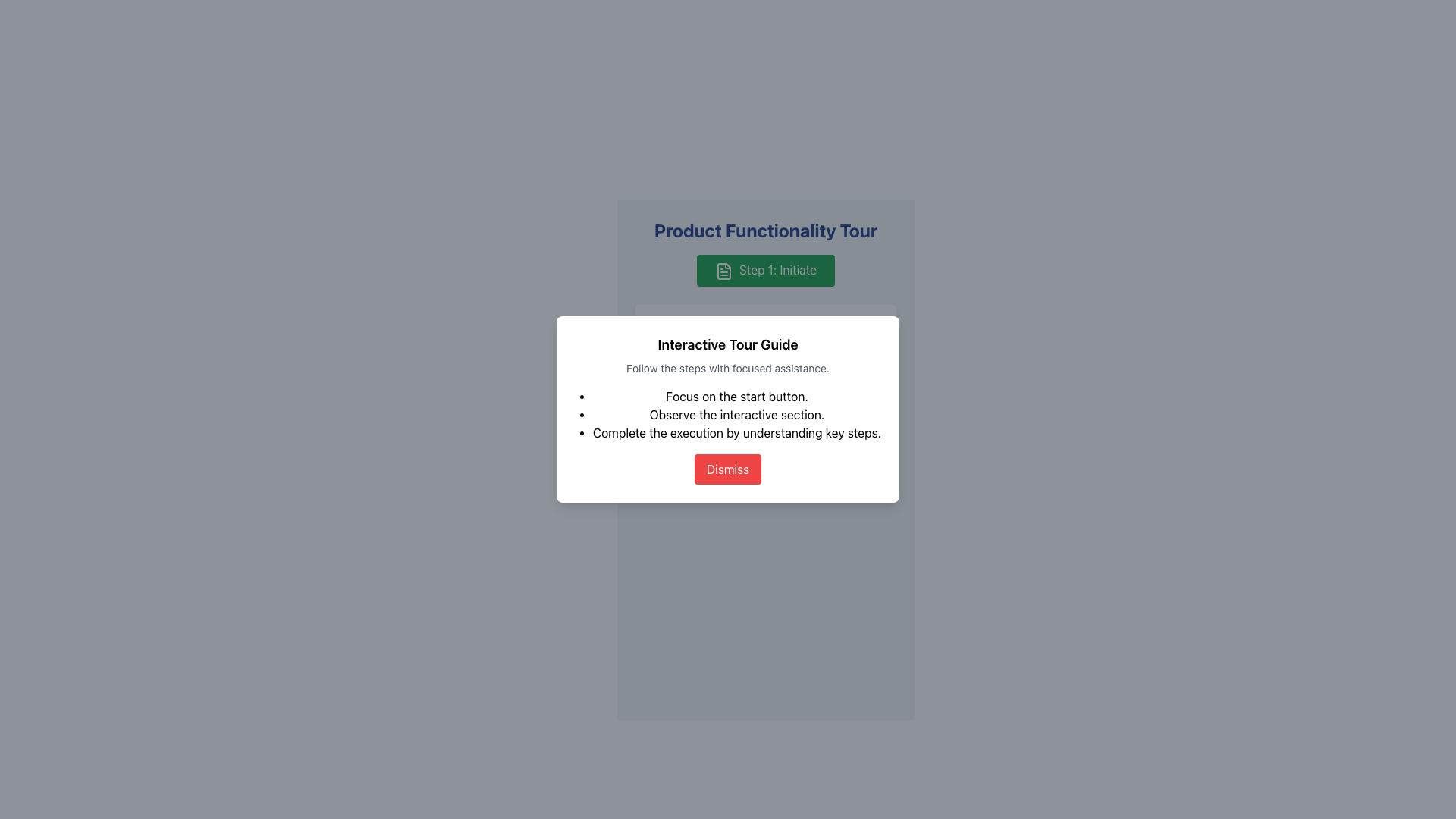 The image size is (1456, 819). What do you see at coordinates (736, 414) in the screenshot?
I see `the list item containing the text 'Observe the interactive section.'` at bounding box center [736, 414].